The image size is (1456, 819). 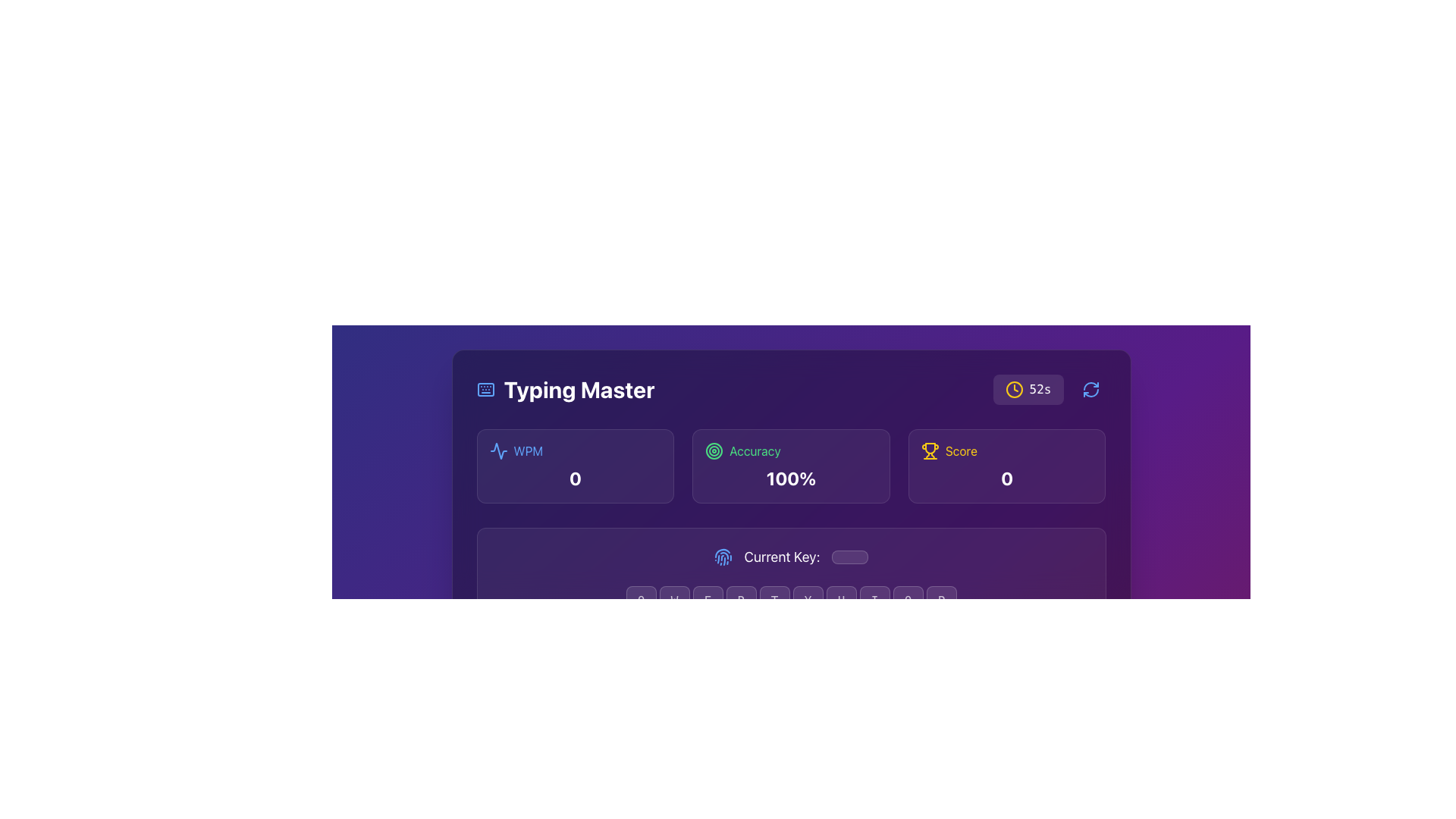 What do you see at coordinates (1014, 388) in the screenshot?
I see `the circular clock icon with yellow borders located to the left of the text '56s' in the top-right corner of the interface` at bounding box center [1014, 388].